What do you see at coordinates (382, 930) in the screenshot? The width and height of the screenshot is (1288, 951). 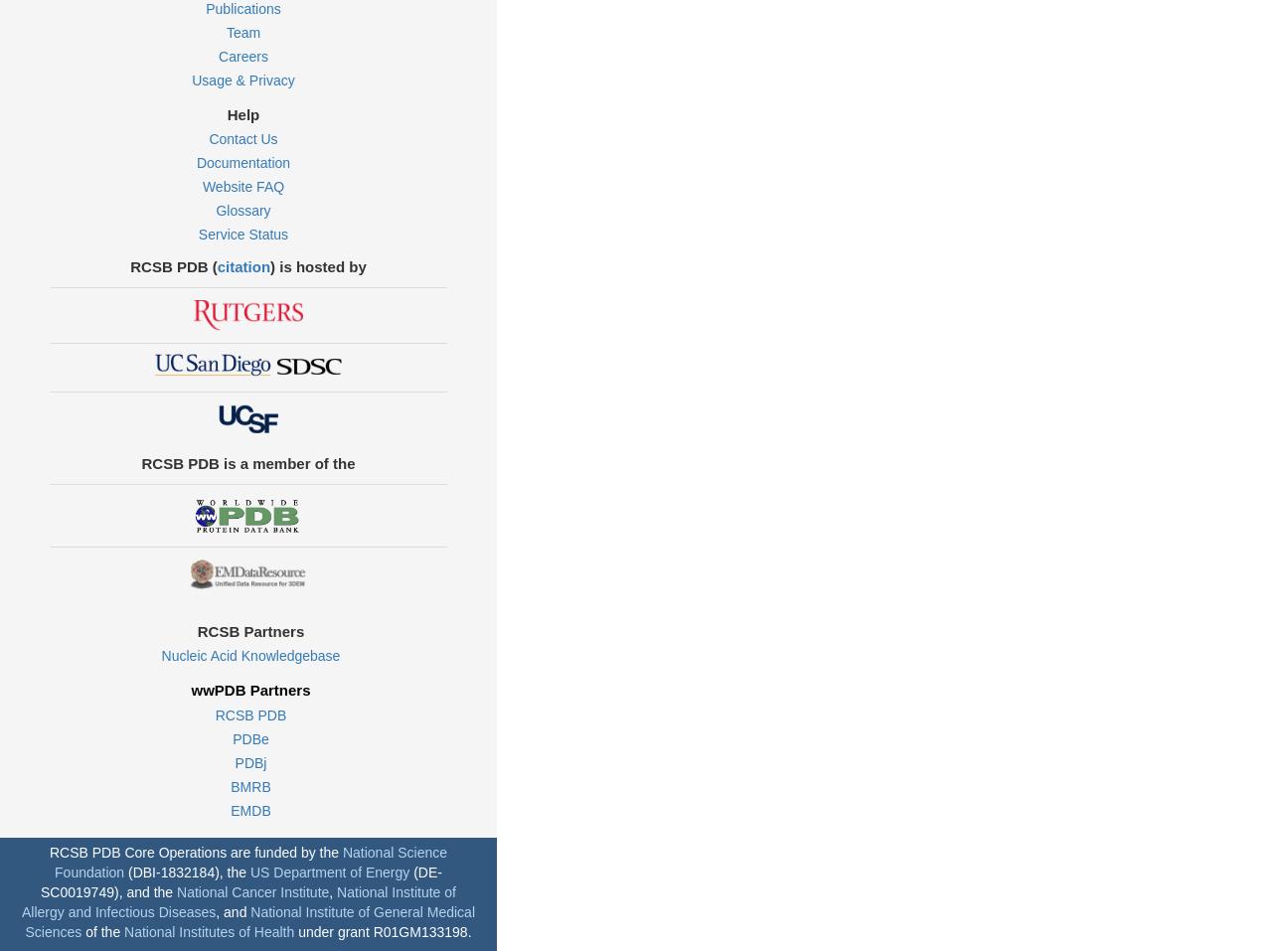 I see `'under grant R01GM133198.'` at bounding box center [382, 930].